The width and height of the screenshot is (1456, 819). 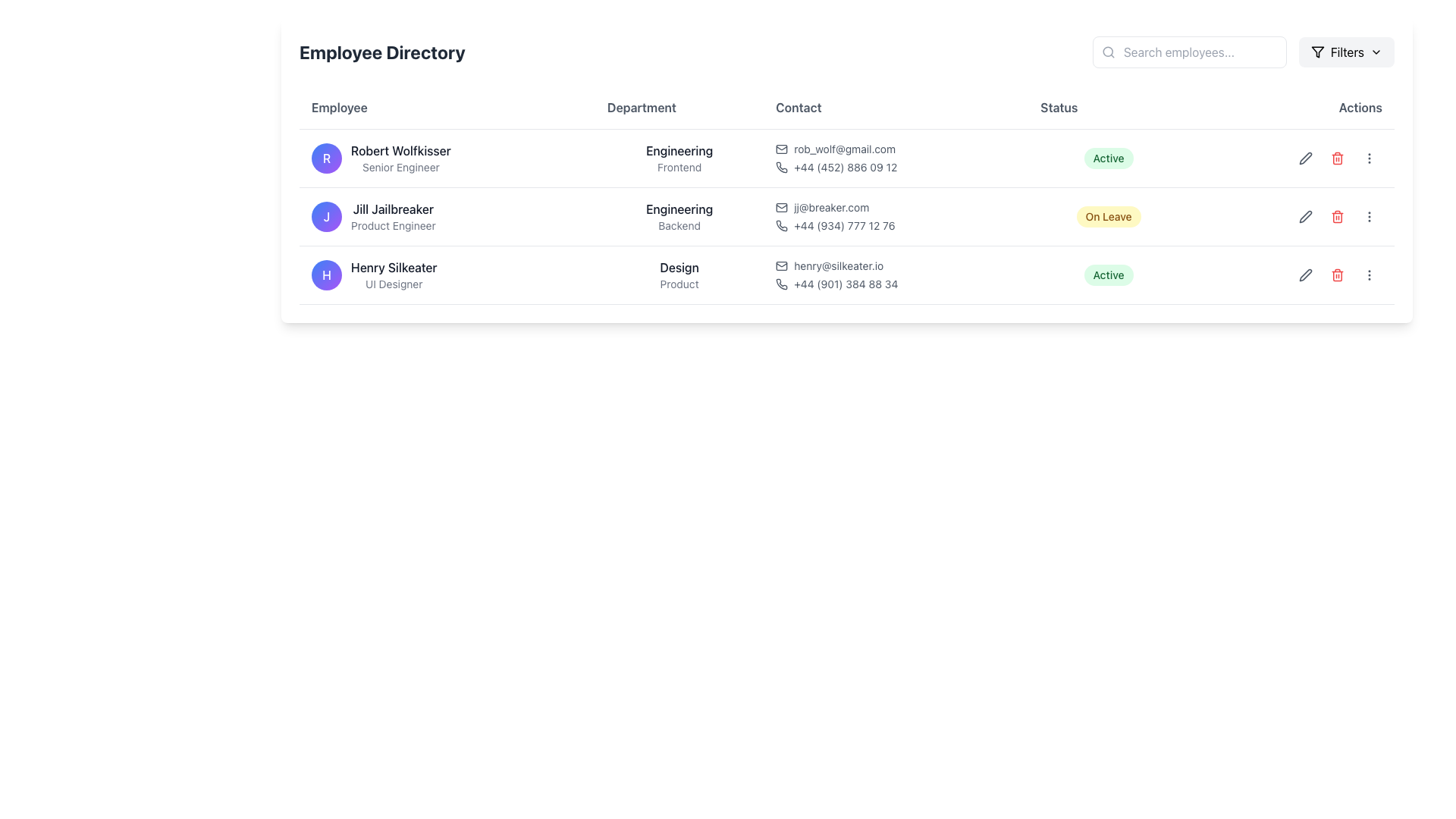 What do you see at coordinates (1108, 52) in the screenshot?
I see `the search icon located inside the search bar at the top-right corner of the content card, which visually indicates the purpose of the associated input field` at bounding box center [1108, 52].